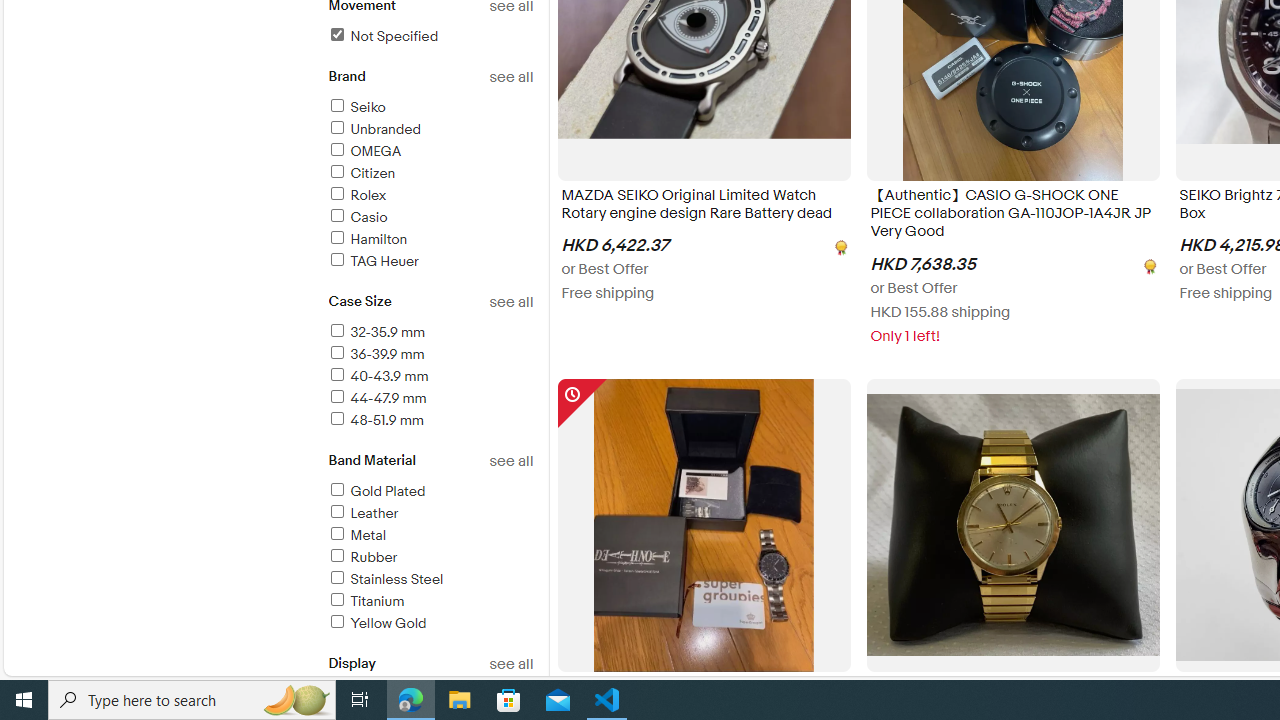  I want to click on 'Rubber', so click(362, 557).